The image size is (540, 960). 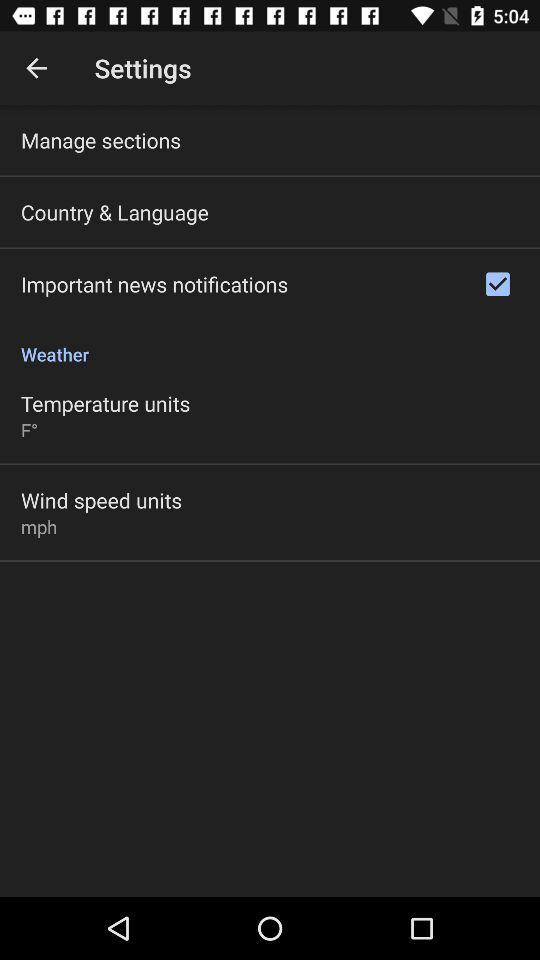 I want to click on item below country & language icon, so click(x=153, y=283).